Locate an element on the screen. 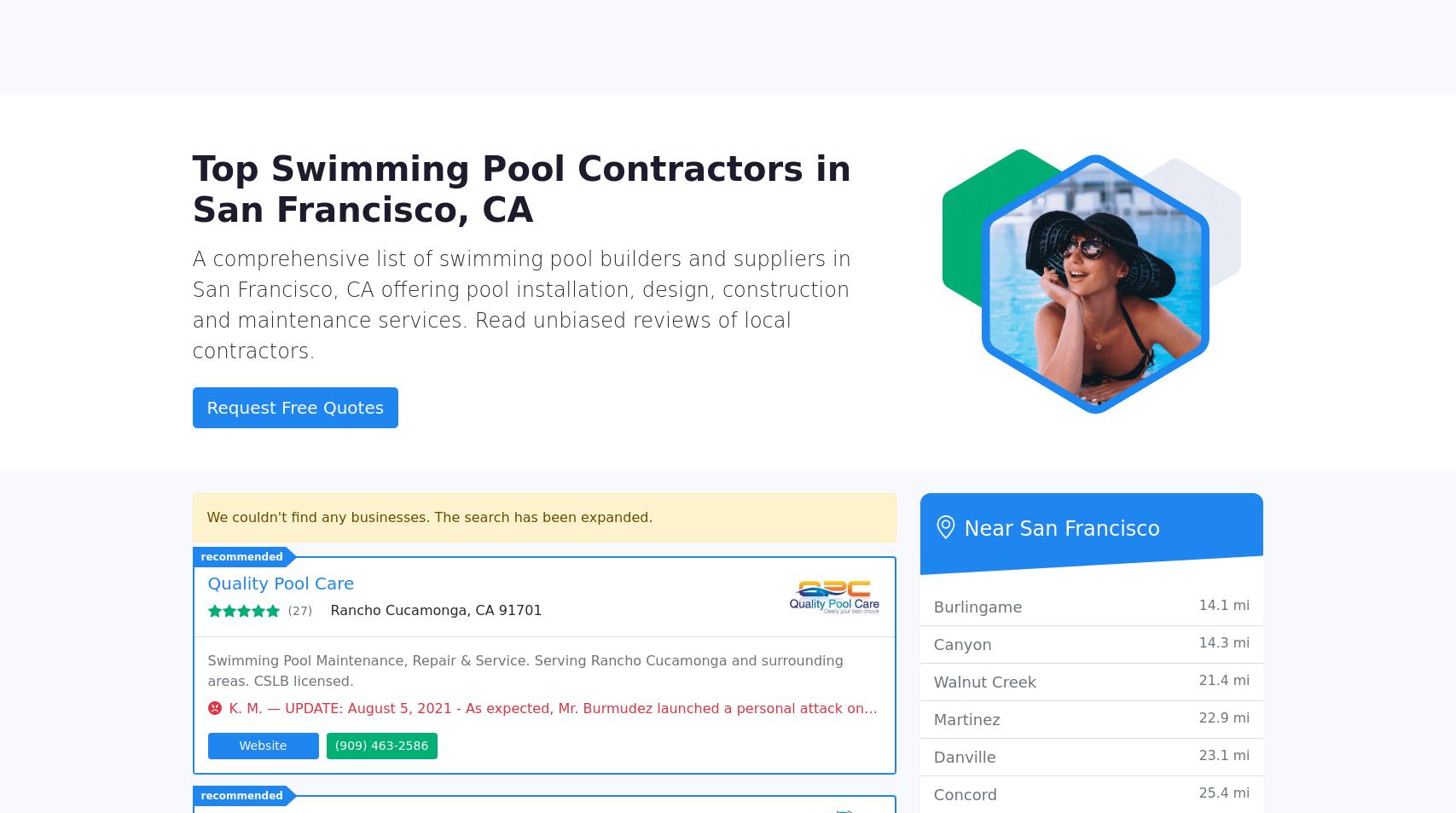 Image resolution: width=1456 pixels, height=813 pixels. 'Swimming Pool Cleaning' is located at coordinates (1026, 221).